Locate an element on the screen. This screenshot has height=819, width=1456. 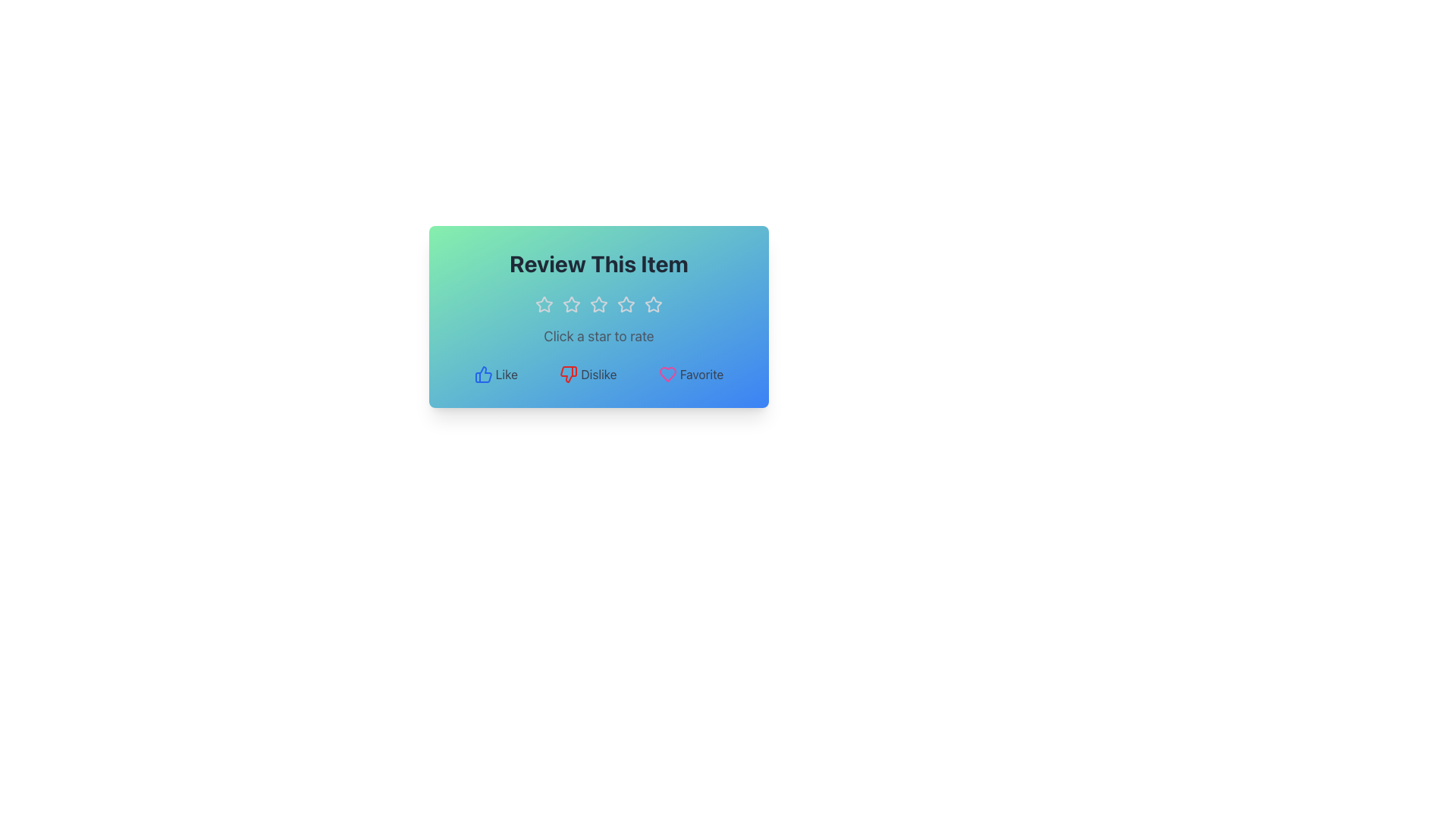
text label that serves as a title or prompt above the rating options, providing context for user interaction is located at coordinates (598, 262).